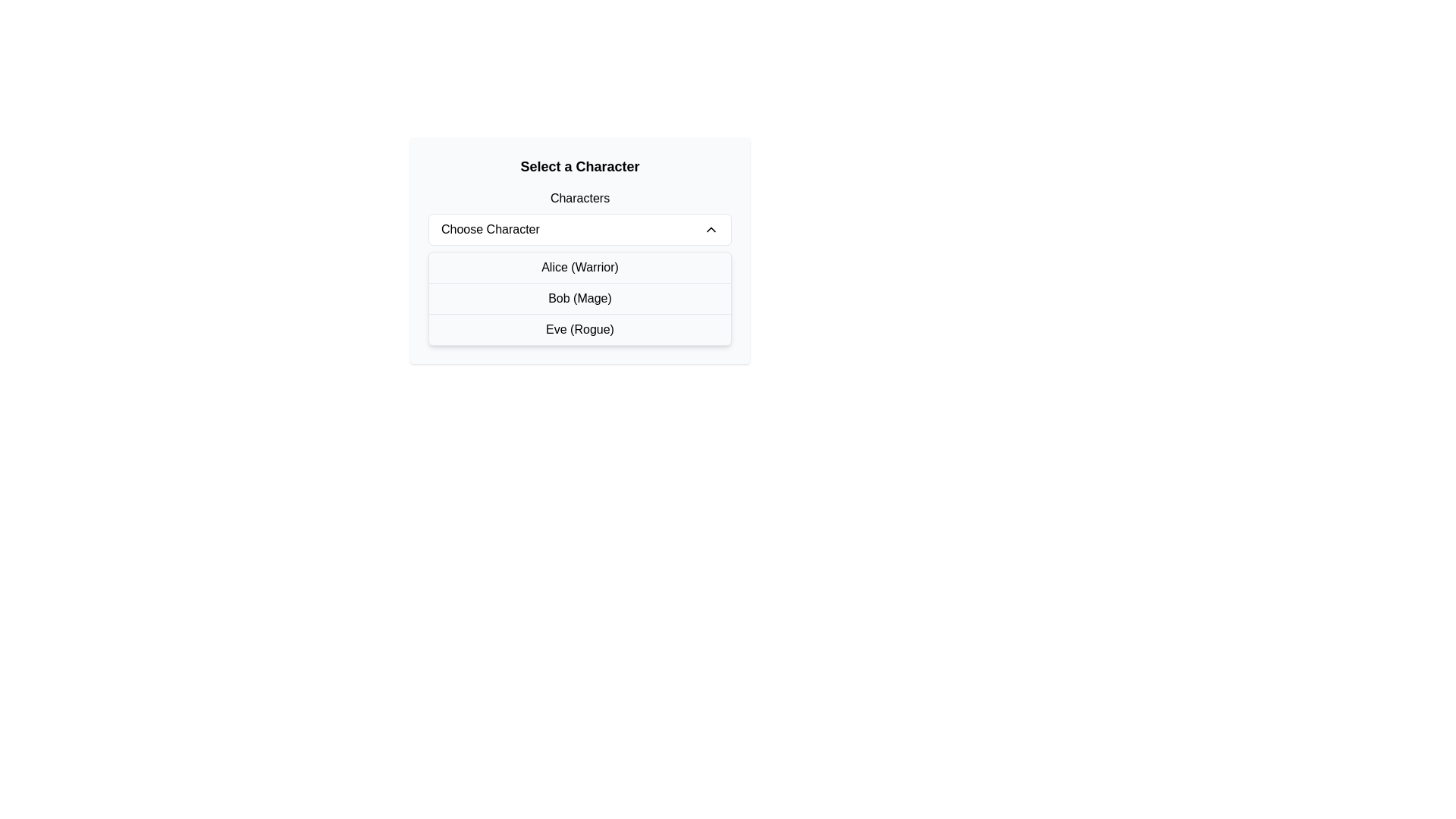 Image resolution: width=1456 pixels, height=819 pixels. Describe the element at coordinates (579, 250) in the screenshot. I see `the dropdown list` at that location.